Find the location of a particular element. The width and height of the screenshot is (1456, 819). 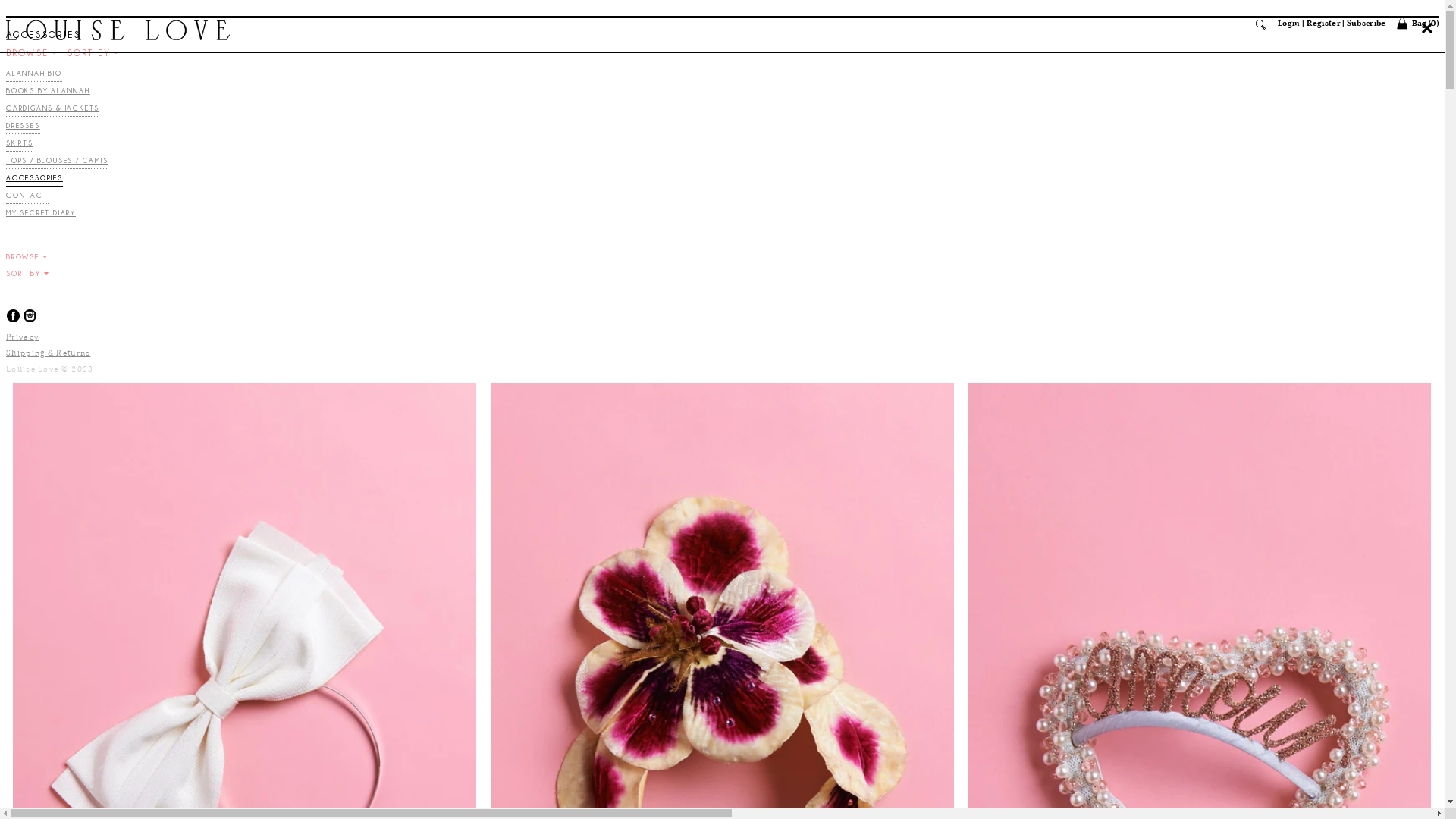

'Subscribe' is located at coordinates (1366, 23).